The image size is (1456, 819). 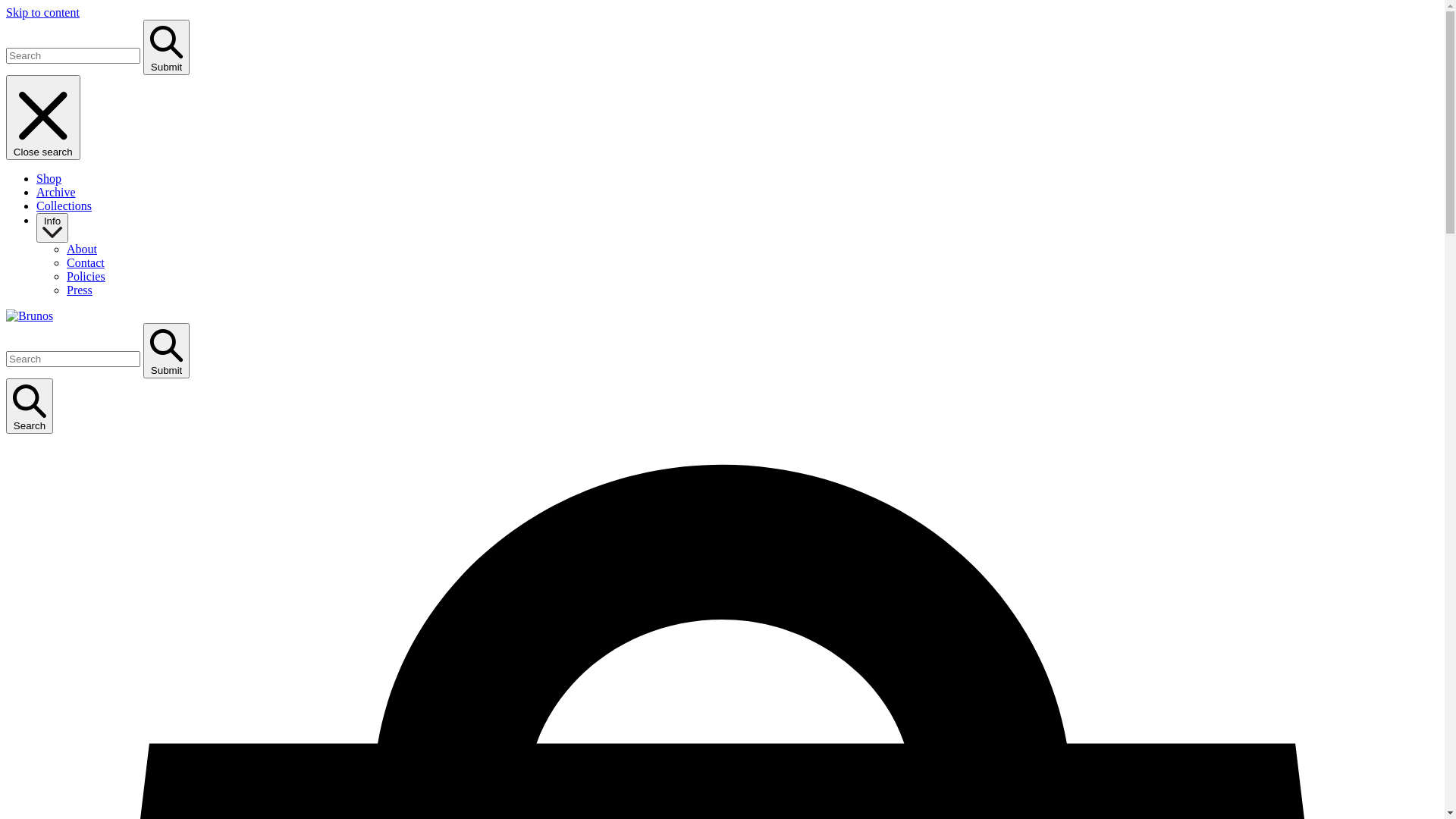 I want to click on 'Archive', so click(x=55, y=191).